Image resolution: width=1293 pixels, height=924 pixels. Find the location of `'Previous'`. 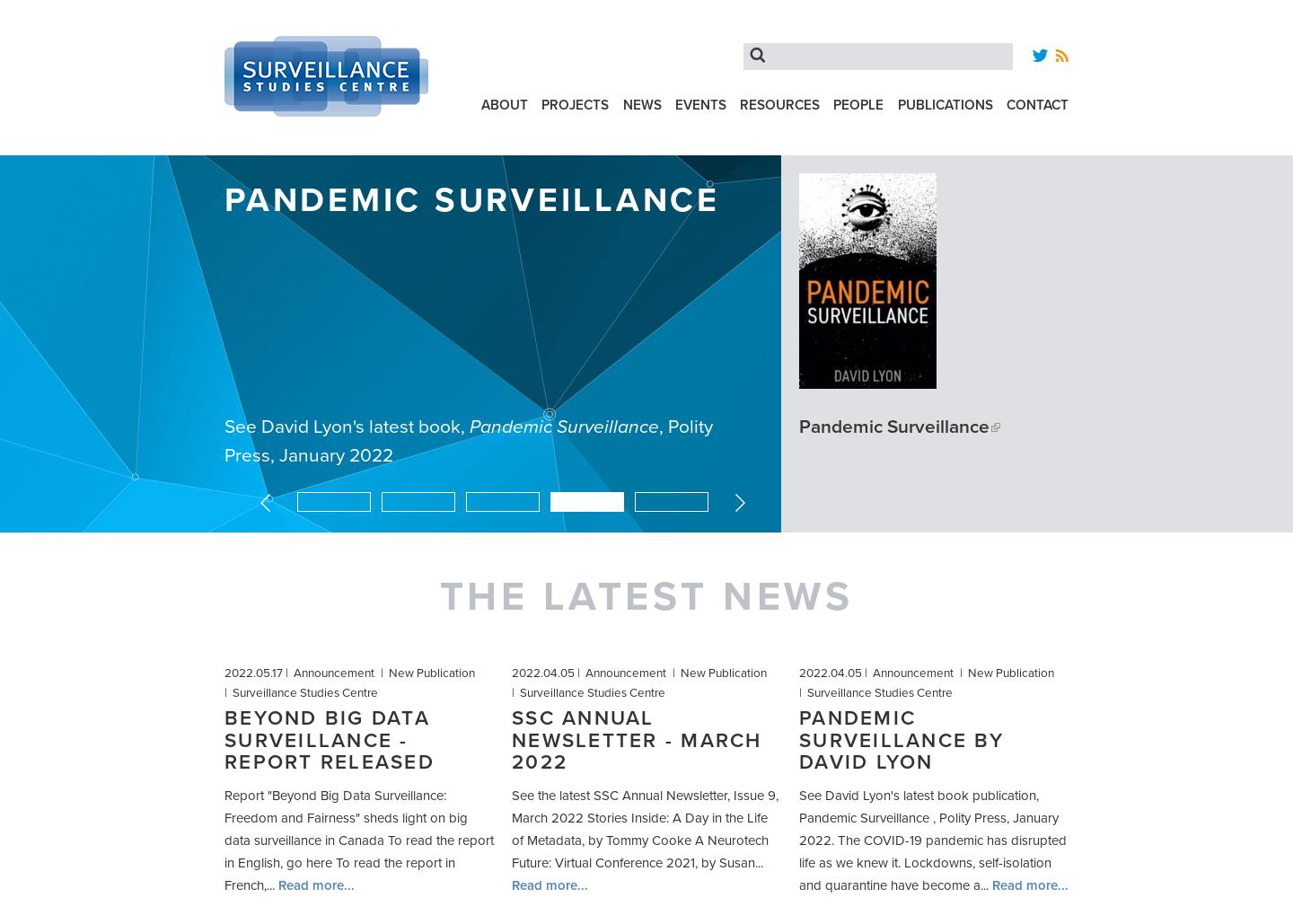

'Previous' is located at coordinates (295, 498).